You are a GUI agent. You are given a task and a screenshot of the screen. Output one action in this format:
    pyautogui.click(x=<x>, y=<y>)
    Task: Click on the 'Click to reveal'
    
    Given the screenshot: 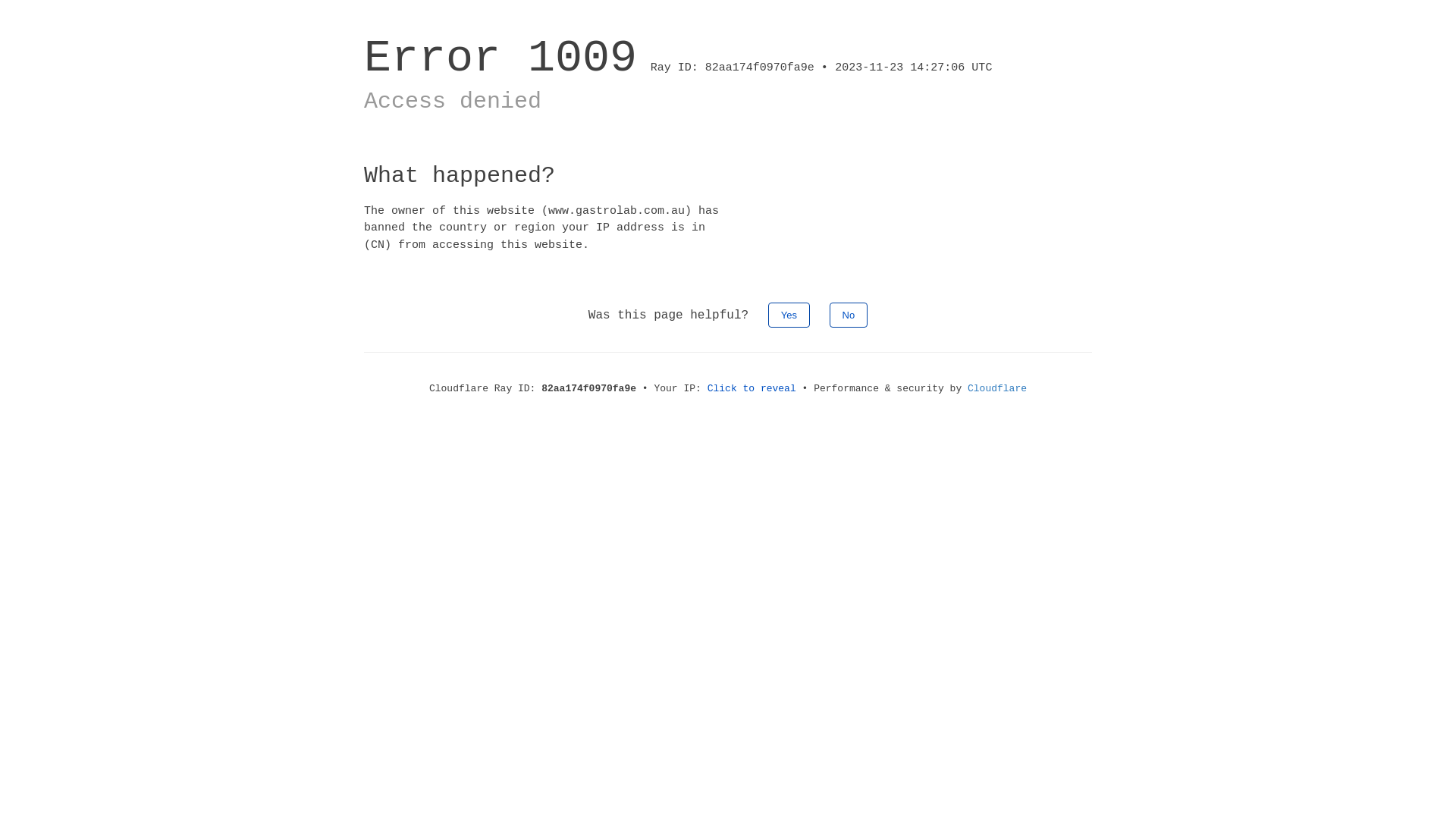 What is the action you would take?
    pyautogui.click(x=752, y=388)
    